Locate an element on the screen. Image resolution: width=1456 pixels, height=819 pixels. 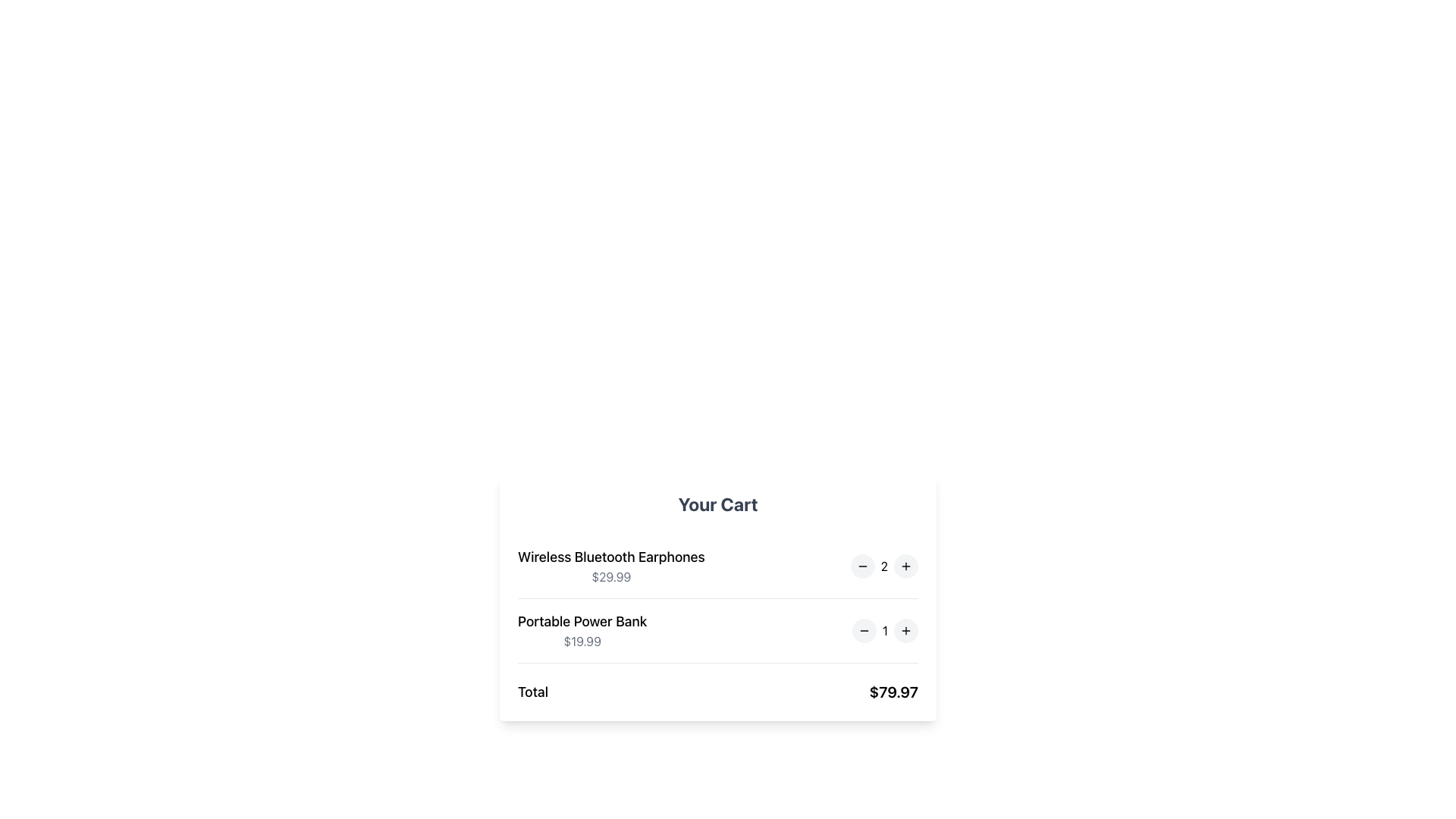
displayed quantity of the portable power bank item in the cart, located centrally between the increment and decrement buttons is located at coordinates (885, 631).